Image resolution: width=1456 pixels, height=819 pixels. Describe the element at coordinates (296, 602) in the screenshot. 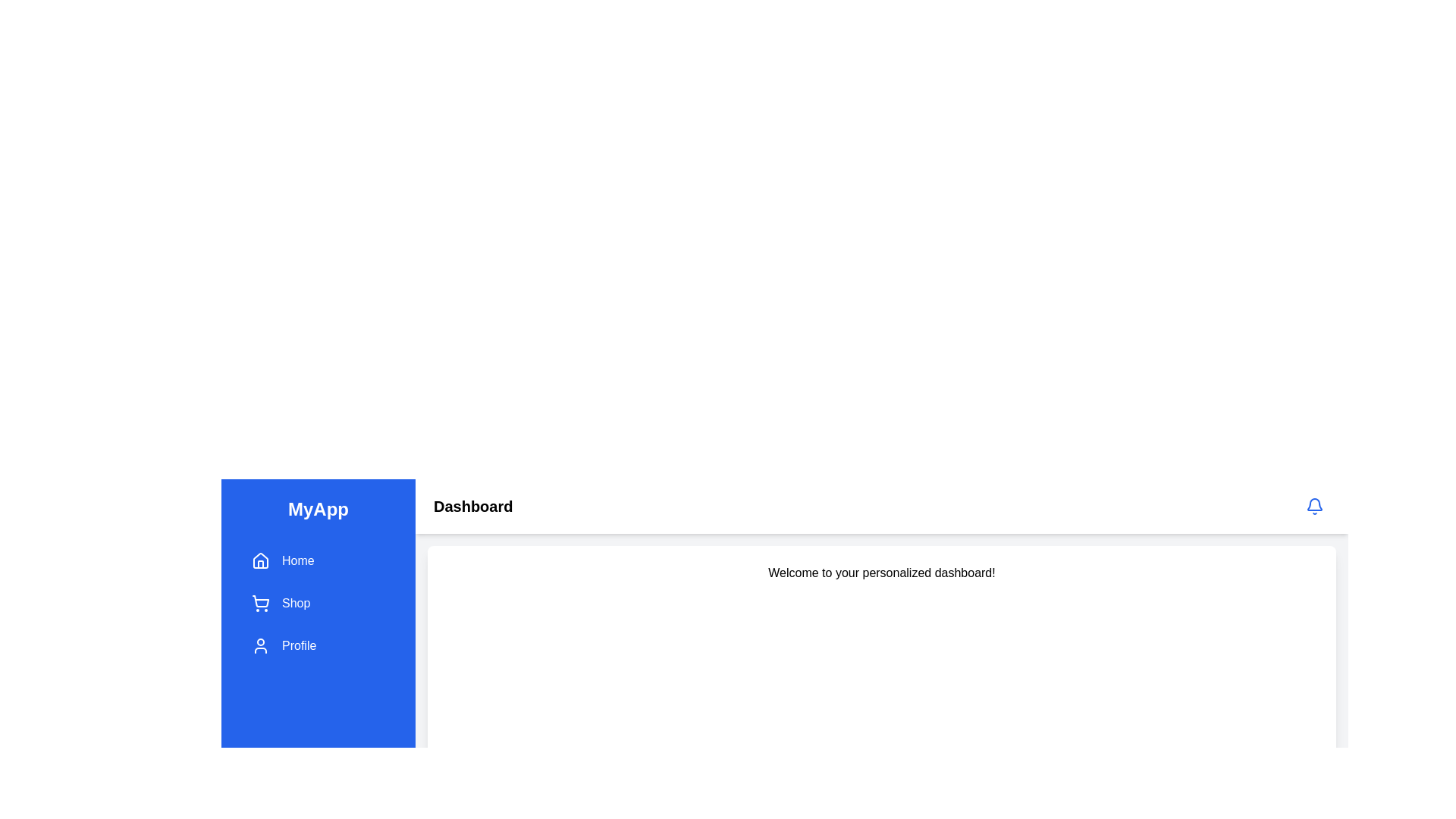

I see `the 'Shop' text label in the vertical navigation panel, which is styled in white text against a solid blue background and located between the 'Home' and 'Profile' menu items` at that location.